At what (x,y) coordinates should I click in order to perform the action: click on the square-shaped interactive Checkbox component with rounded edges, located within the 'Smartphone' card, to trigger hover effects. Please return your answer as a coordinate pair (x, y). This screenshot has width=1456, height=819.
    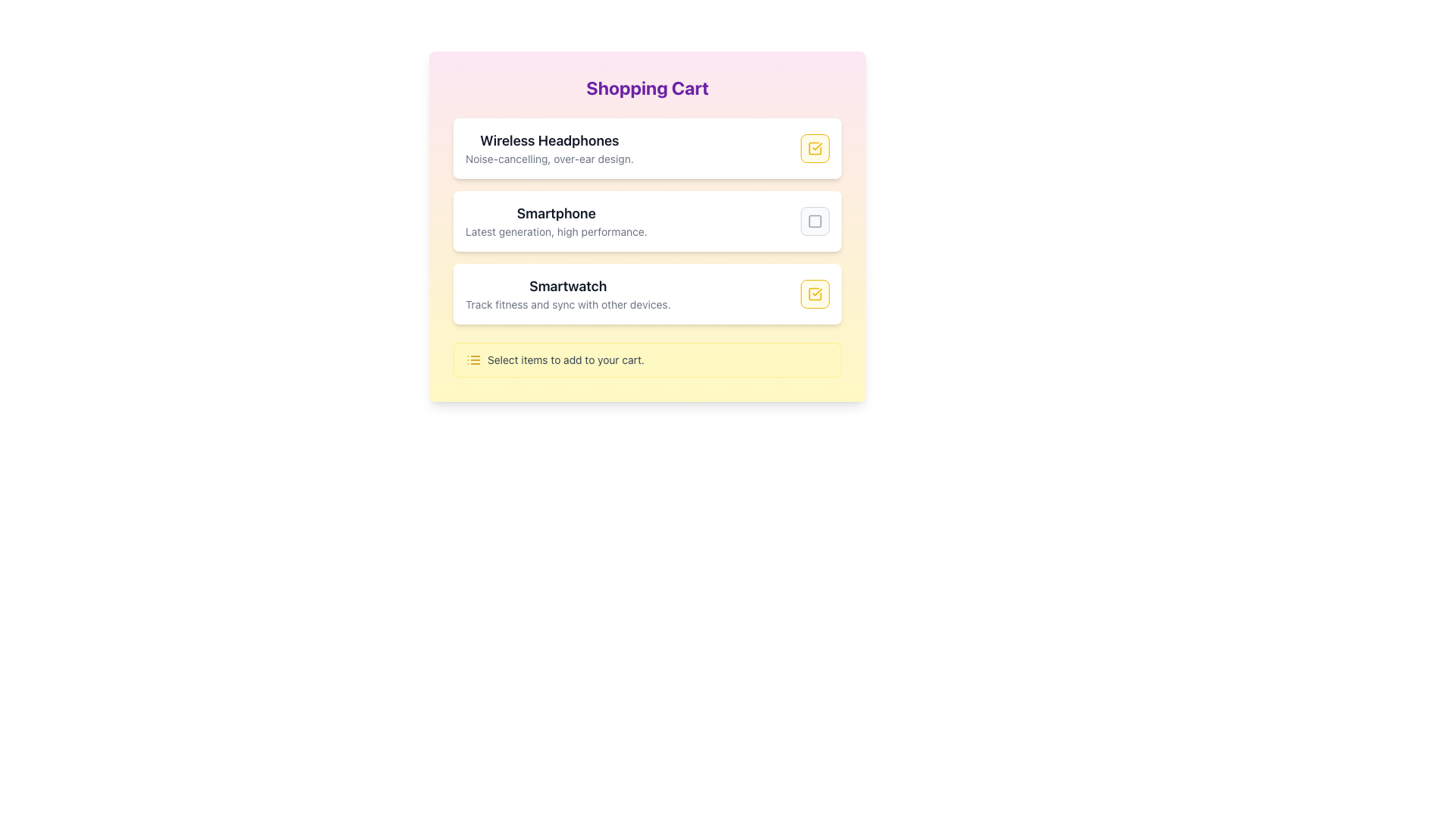
    Looking at the image, I should click on (814, 221).